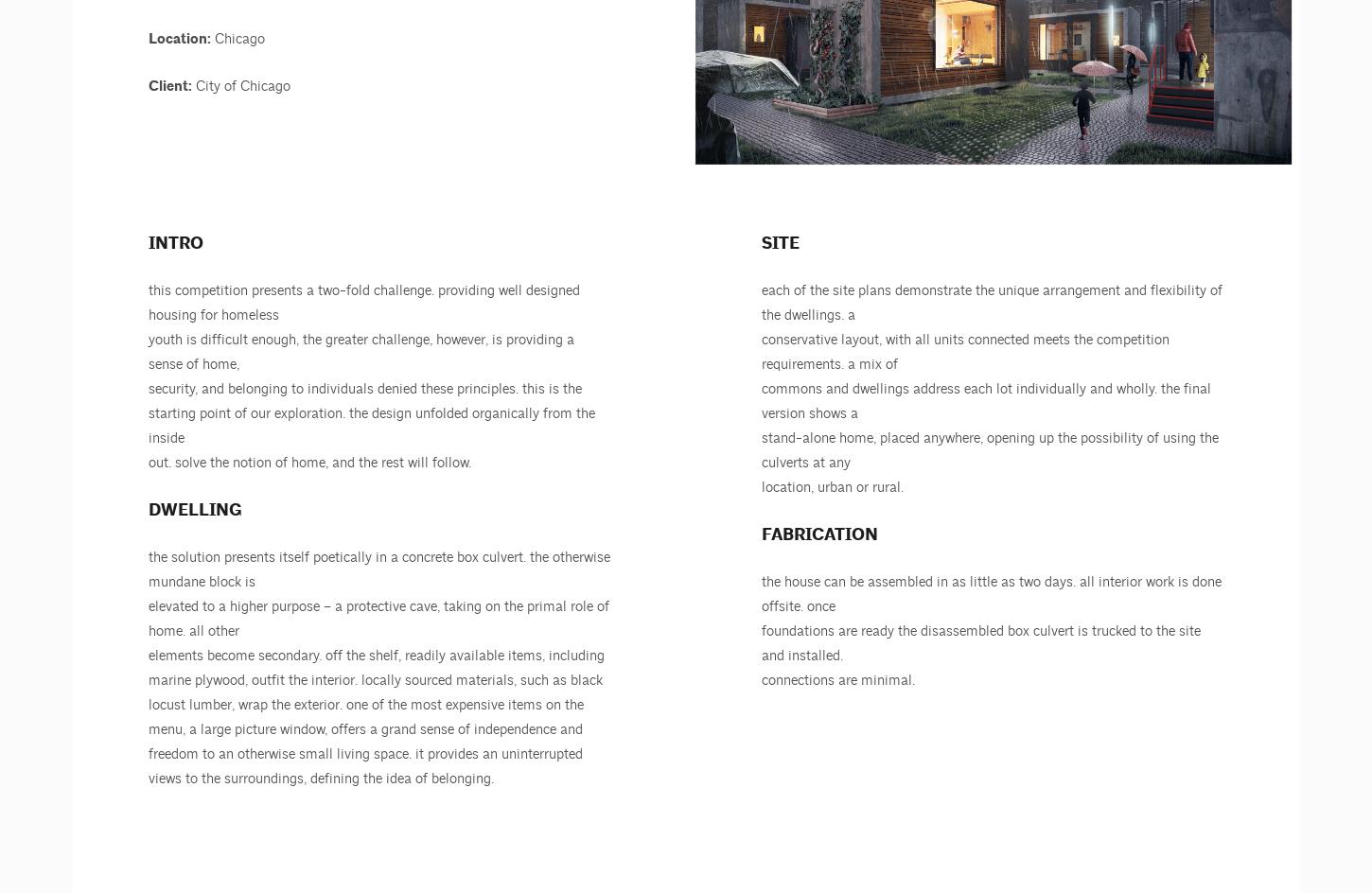 The image size is (1372, 893). Describe the element at coordinates (194, 509) in the screenshot. I see `'Dwelling'` at that location.